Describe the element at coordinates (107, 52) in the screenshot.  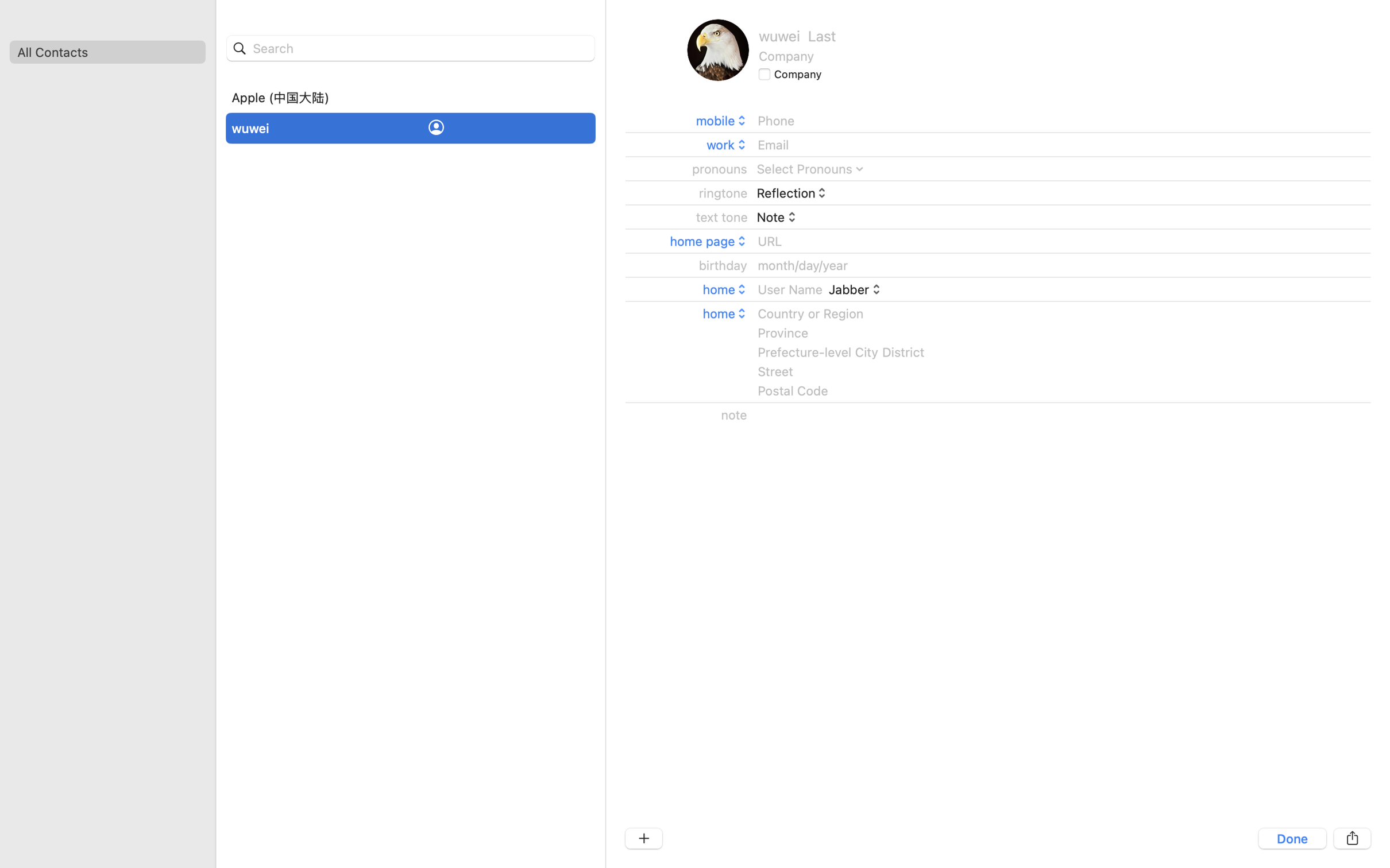
I see `'All Contacts'` at that location.